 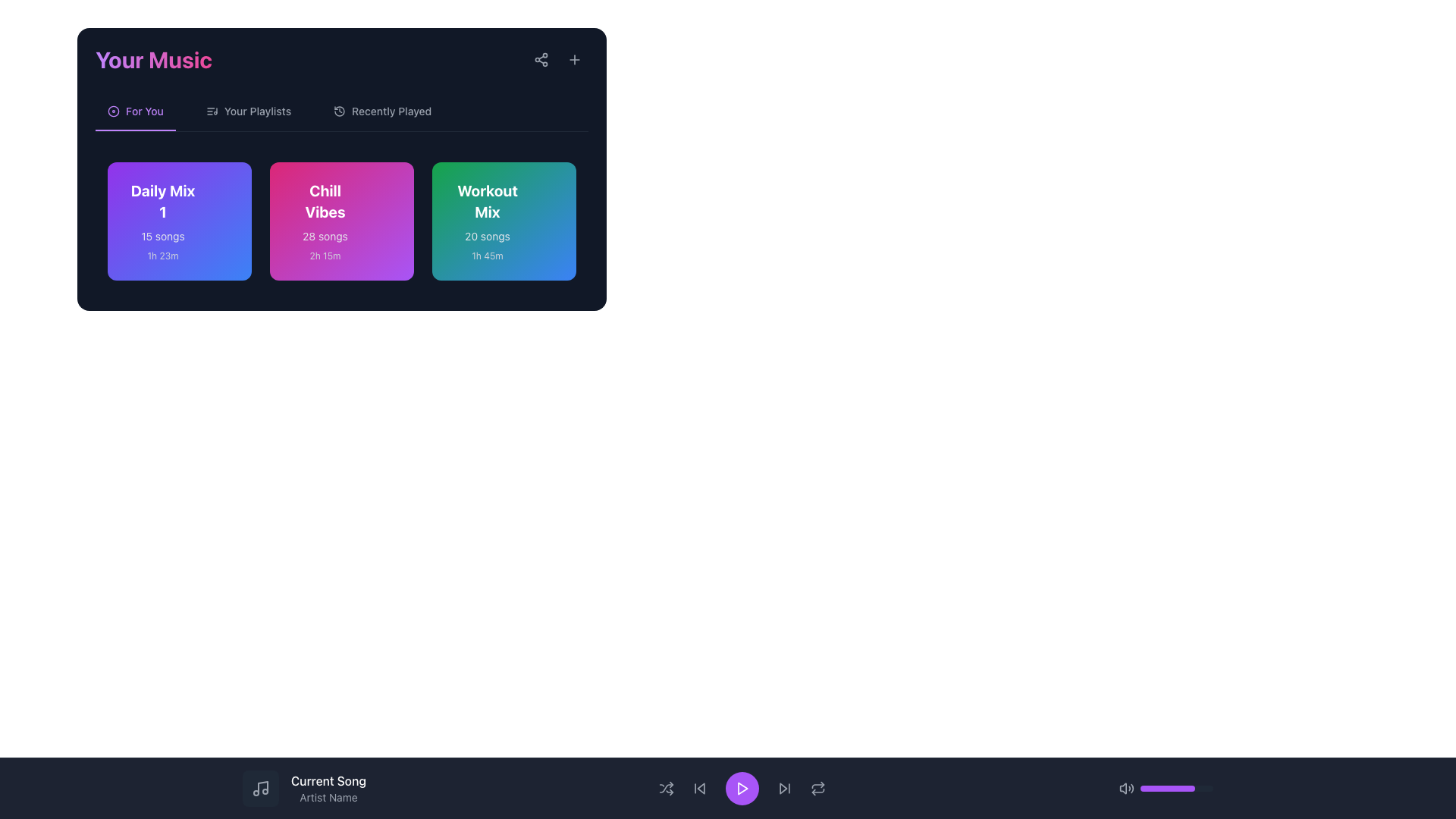 What do you see at coordinates (1127, 788) in the screenshot?
I see `the sound or volume icon located to the left of the horizontal progress bar in the bottom control area of the application to interact with it` at bounding box center [1127, 788].